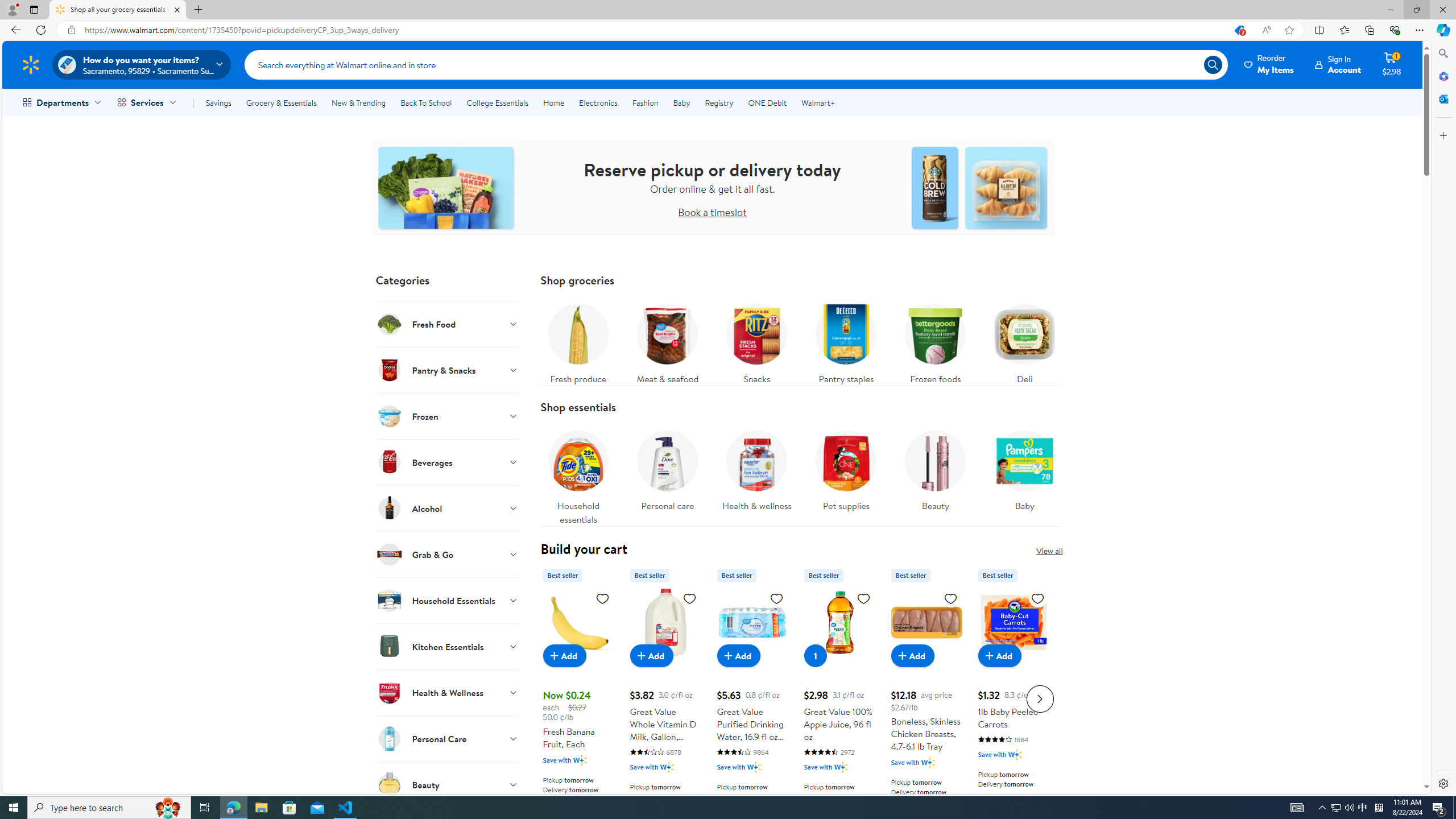 Image resolution: width=1456 pixels, height=819 pixels. What do you see at coordinates (425, 102) in the screenshot?
I see `'Back To School'` at bounding box center [425, 102].